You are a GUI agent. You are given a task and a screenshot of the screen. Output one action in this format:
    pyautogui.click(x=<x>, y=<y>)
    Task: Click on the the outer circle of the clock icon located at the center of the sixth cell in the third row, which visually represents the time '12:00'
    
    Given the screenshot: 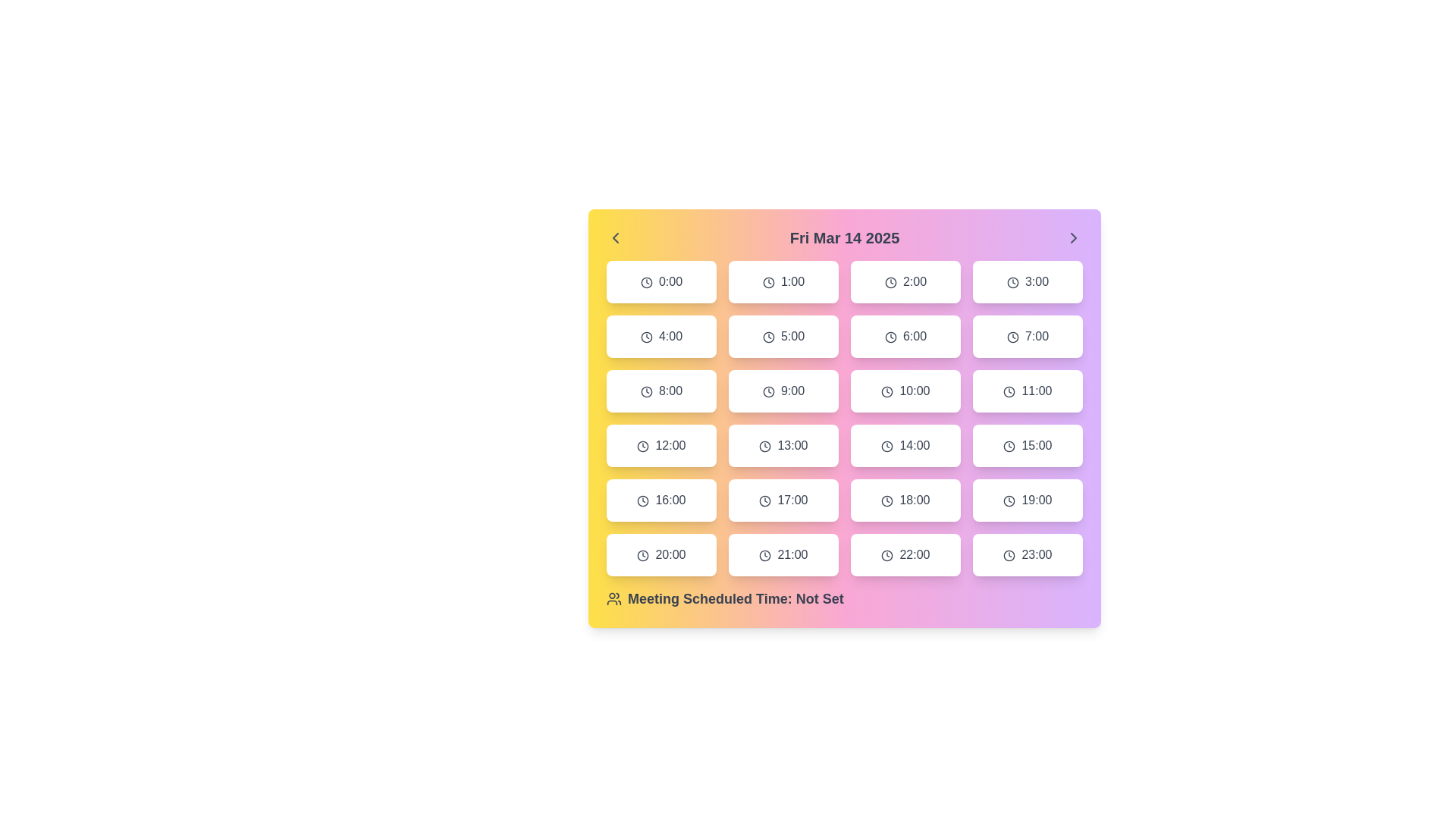 What is the action you would take?
    pyautogui.click(x=643, y=445)
    